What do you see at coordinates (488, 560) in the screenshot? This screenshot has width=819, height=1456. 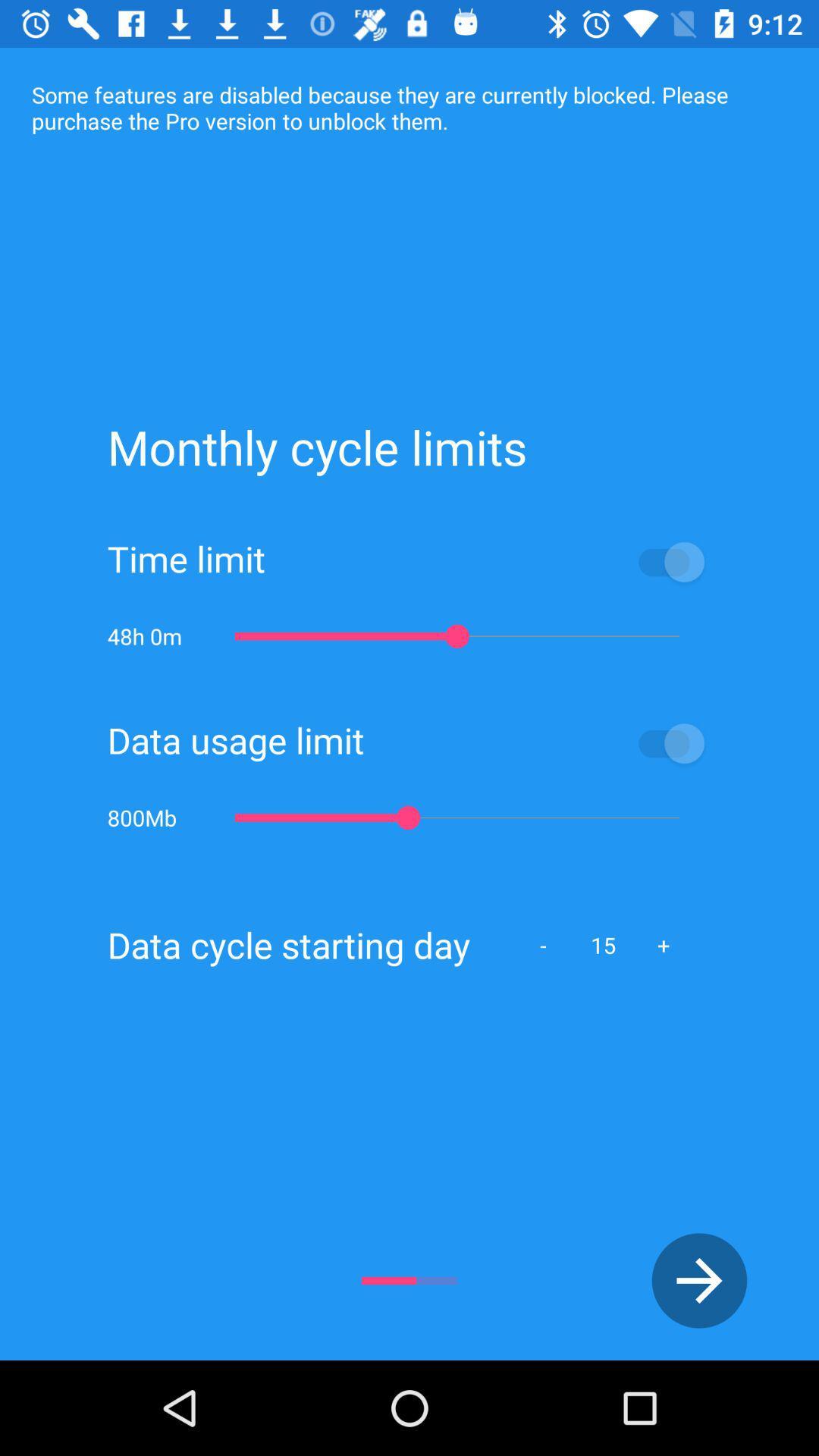 I see `set time limit` at bounding box center [488, 560].